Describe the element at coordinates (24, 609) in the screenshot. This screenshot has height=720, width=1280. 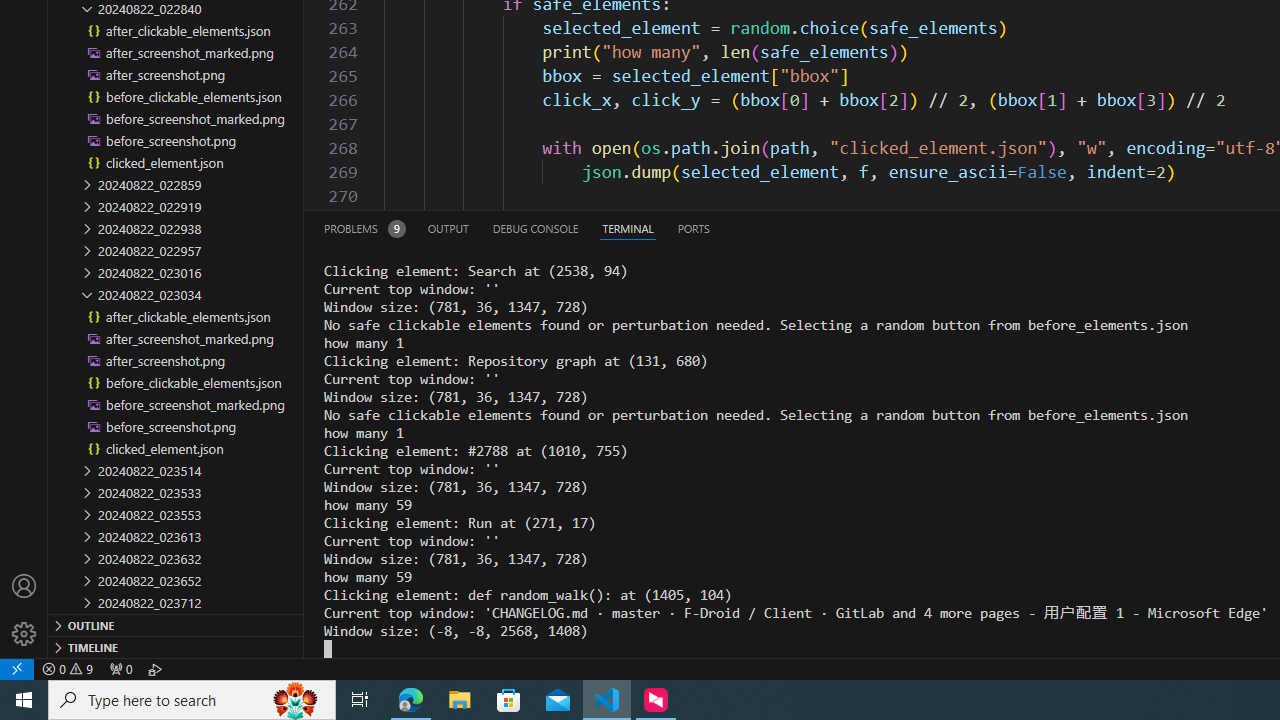
I see `'Manage'` at that location.